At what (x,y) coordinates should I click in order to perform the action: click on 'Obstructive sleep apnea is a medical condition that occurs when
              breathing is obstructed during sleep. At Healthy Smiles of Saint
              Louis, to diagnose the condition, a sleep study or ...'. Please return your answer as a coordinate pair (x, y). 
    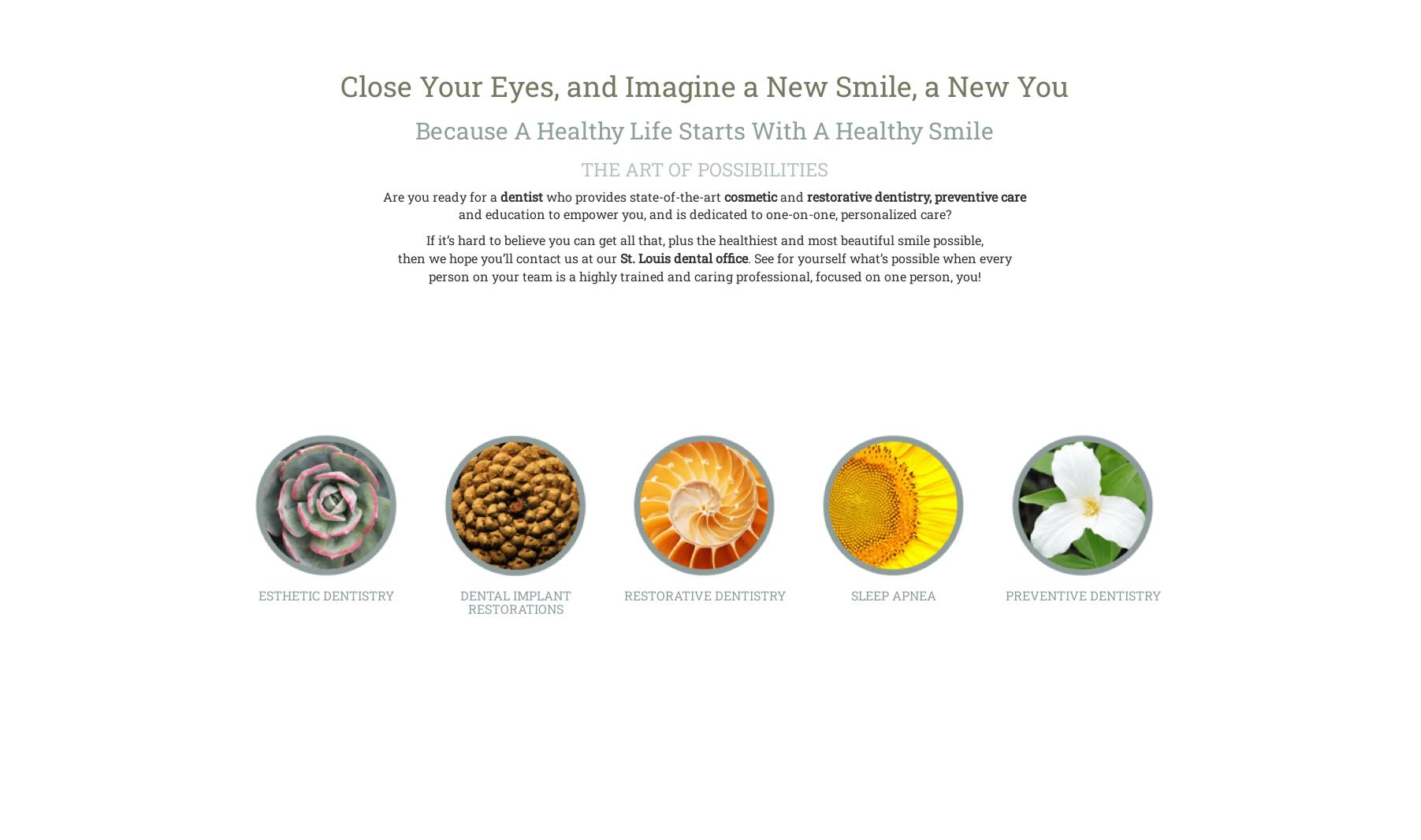
    Looking at the image, I should click on (893, 563).